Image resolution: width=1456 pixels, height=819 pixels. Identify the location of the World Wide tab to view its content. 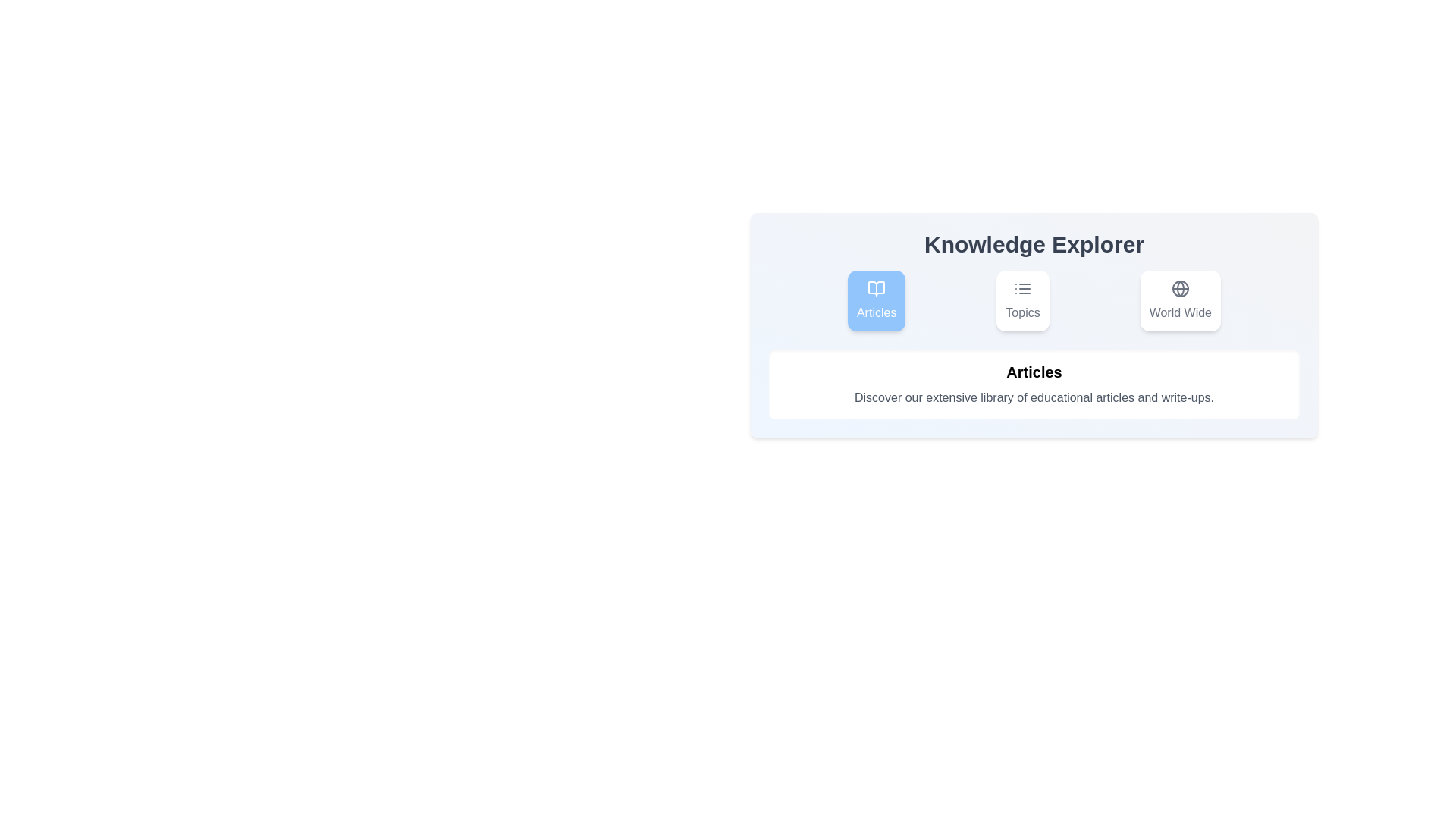
(1178, 301).